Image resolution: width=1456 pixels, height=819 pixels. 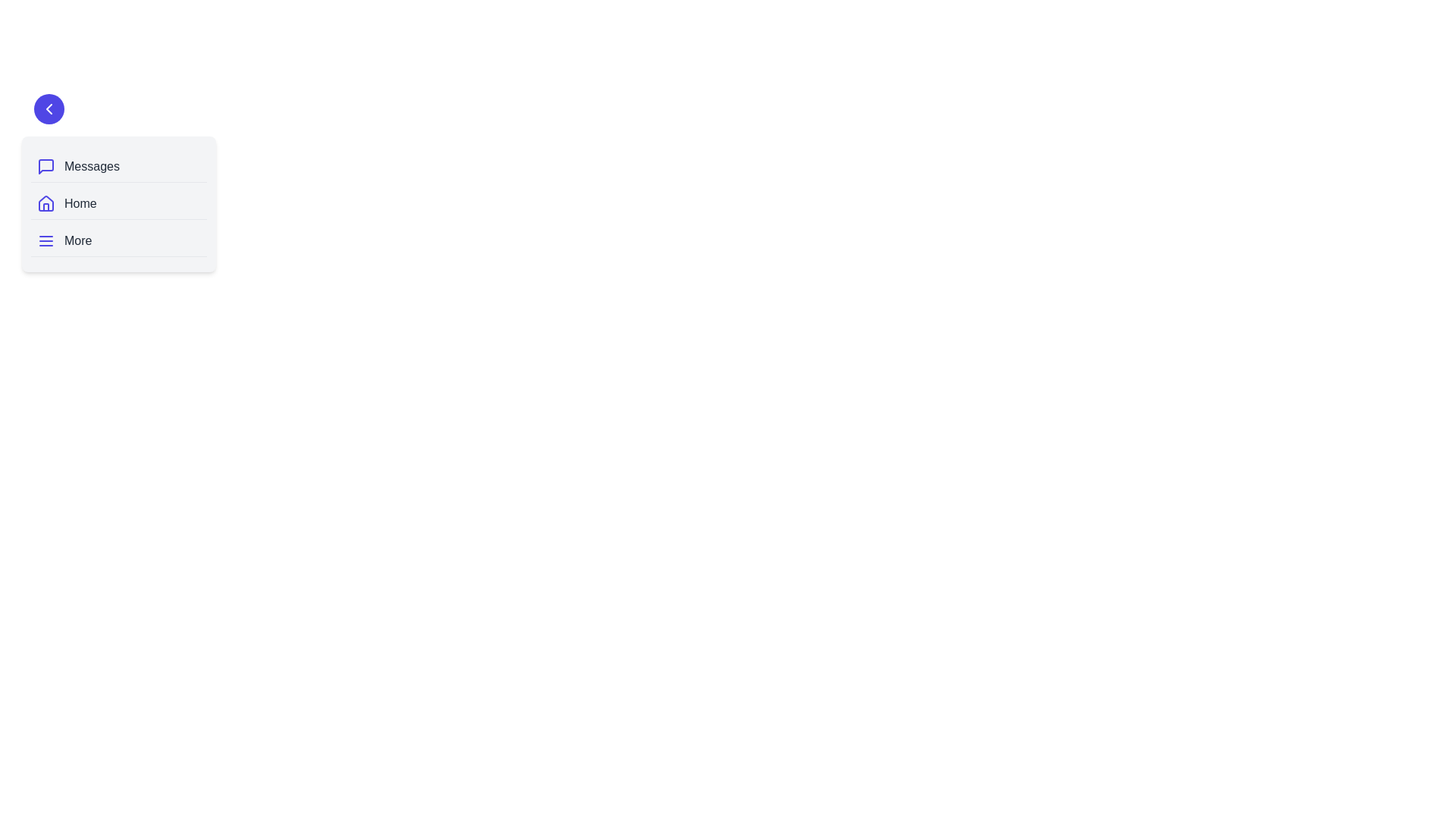 What do you see at coordinates (118, 203) in the screenshot?
I see `the navigation item labeled 'Home'` at bounding box center [118, 203].